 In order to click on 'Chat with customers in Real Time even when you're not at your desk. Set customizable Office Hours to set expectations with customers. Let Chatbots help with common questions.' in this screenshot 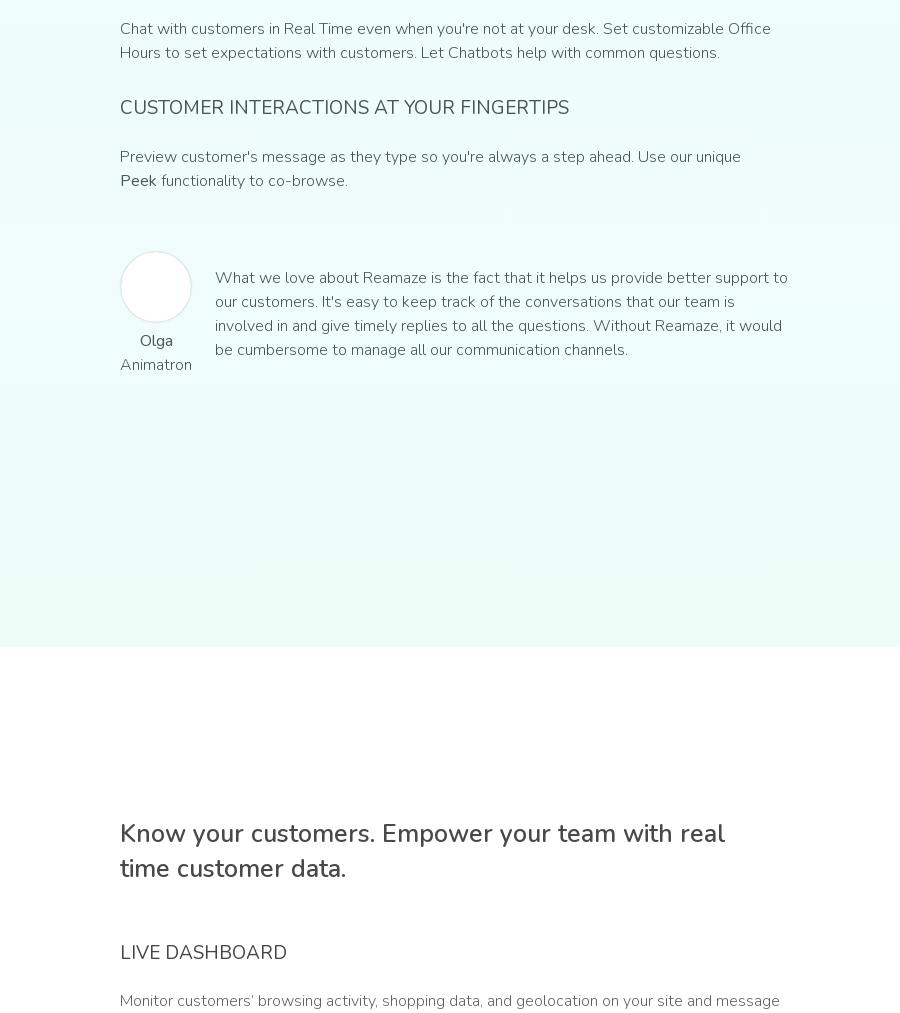, I will do `click(445, 40)`.